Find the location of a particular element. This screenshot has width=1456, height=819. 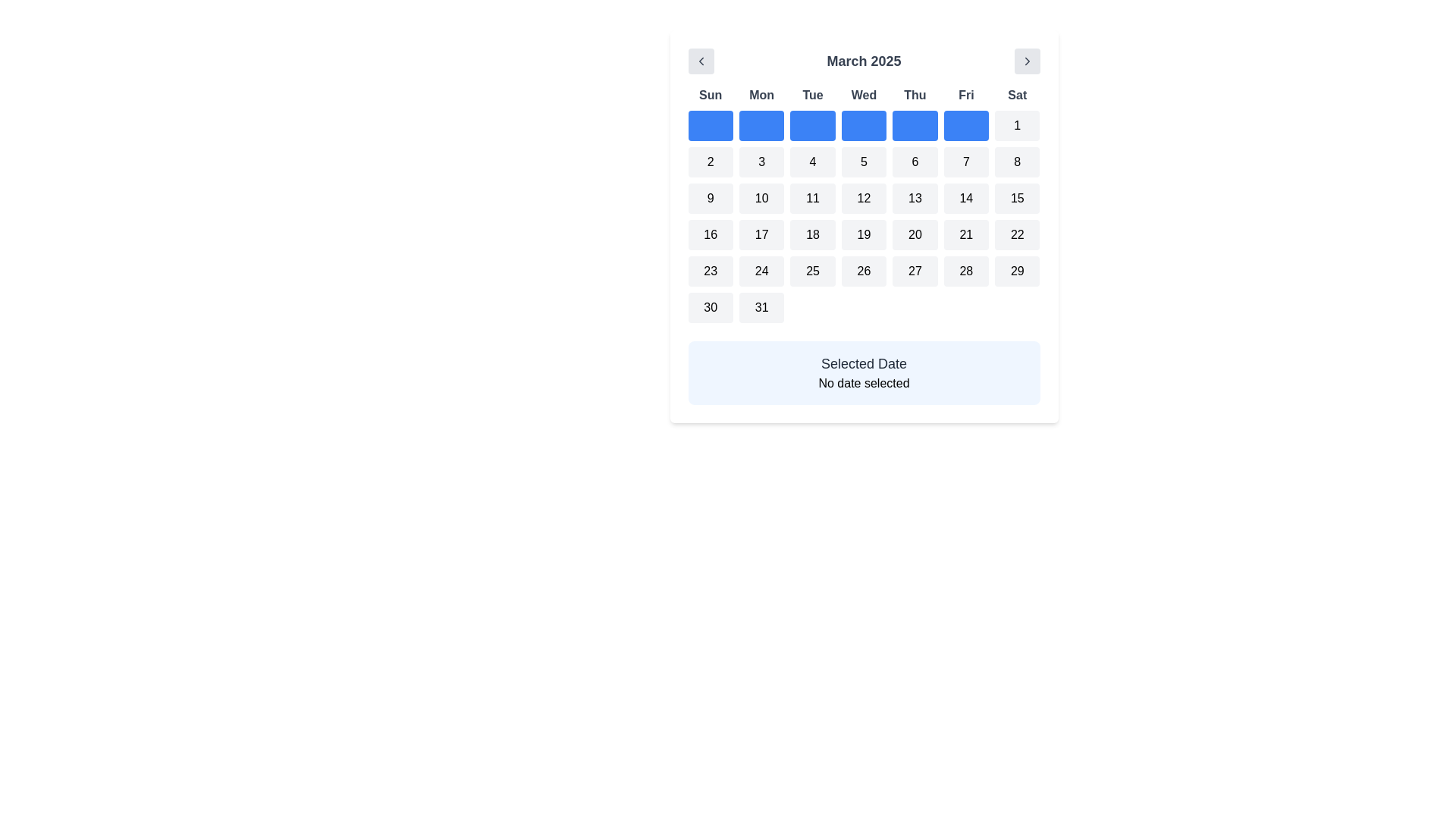

the small rectangular button with rounded edges and the number '21' in black text, located in the sixth row under the 'Fri.' column of the calendar grid is located at coordinates (965, 234).